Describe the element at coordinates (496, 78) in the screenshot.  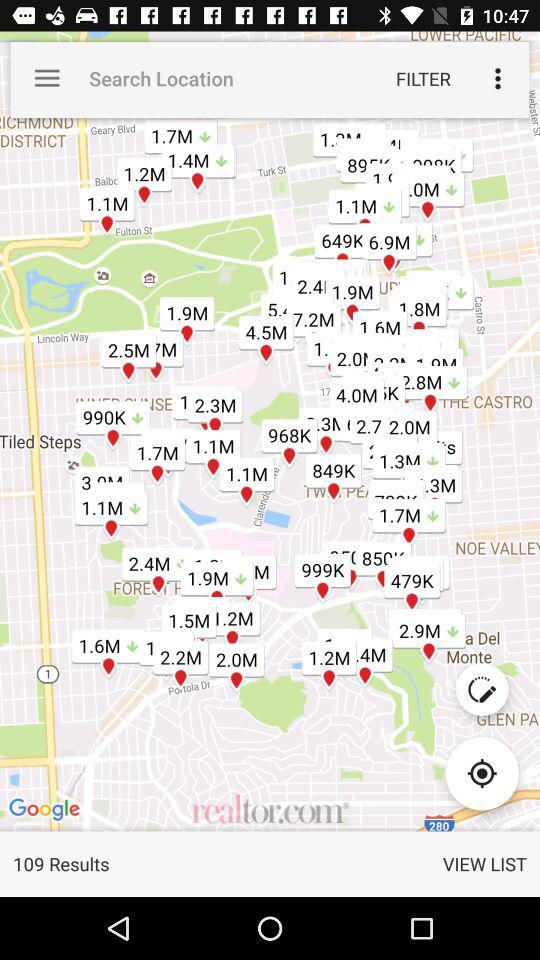
I see `icon to the right of filter icon` at that location.